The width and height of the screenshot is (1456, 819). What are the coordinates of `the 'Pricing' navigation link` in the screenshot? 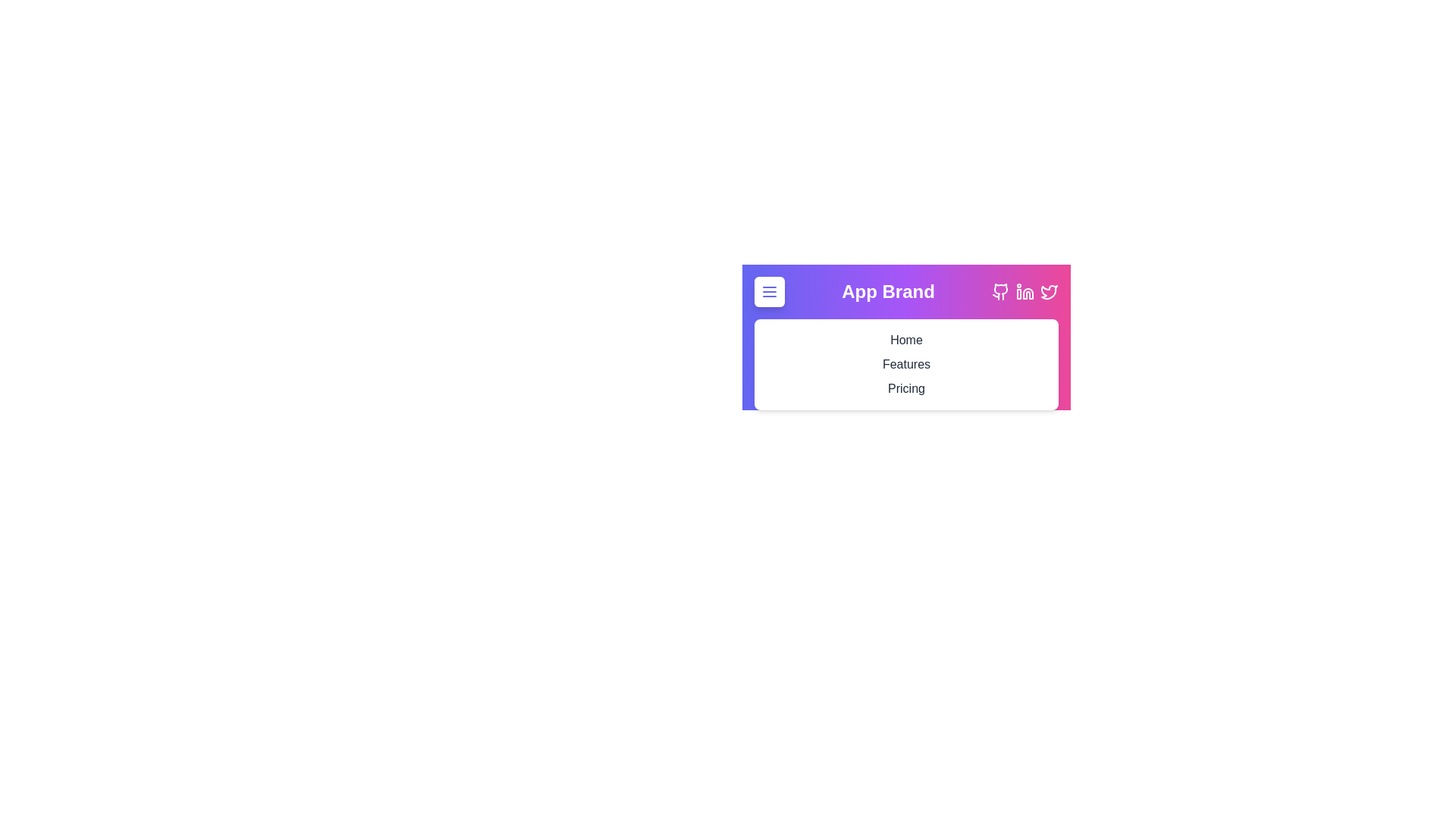 It's located at (906, 388).